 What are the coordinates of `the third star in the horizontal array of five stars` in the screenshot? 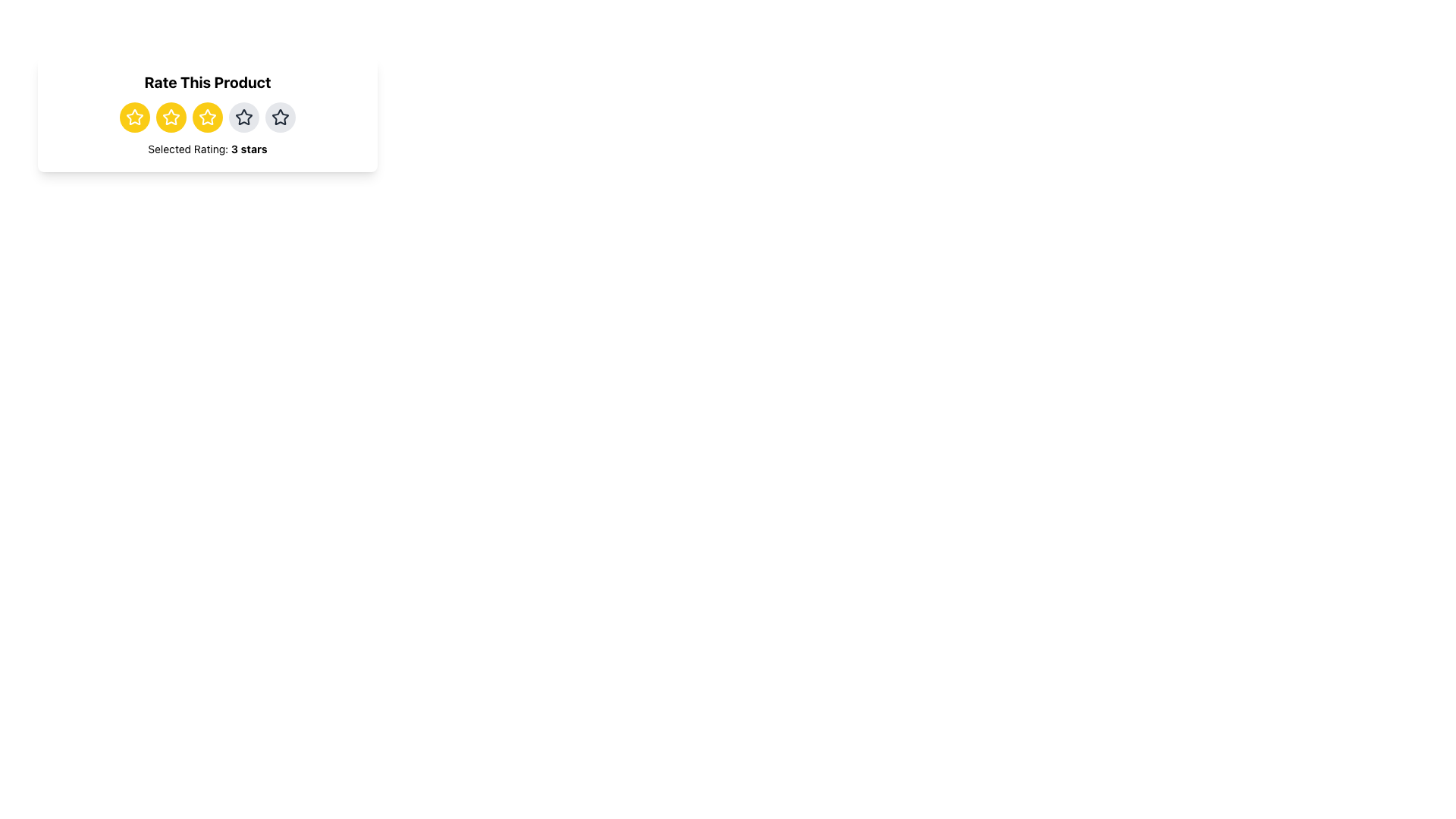 It's located at (280, 116).